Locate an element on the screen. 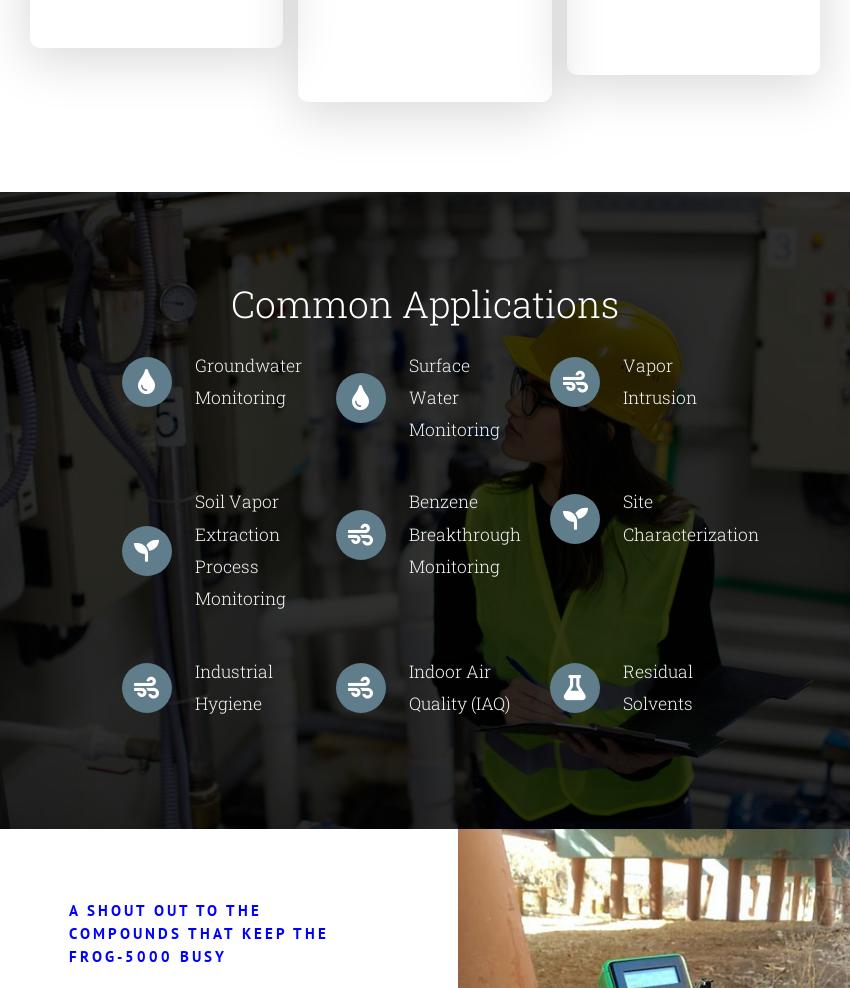  'Indoor Air Quality (IAQ)' is located at coordinates (457, 686).